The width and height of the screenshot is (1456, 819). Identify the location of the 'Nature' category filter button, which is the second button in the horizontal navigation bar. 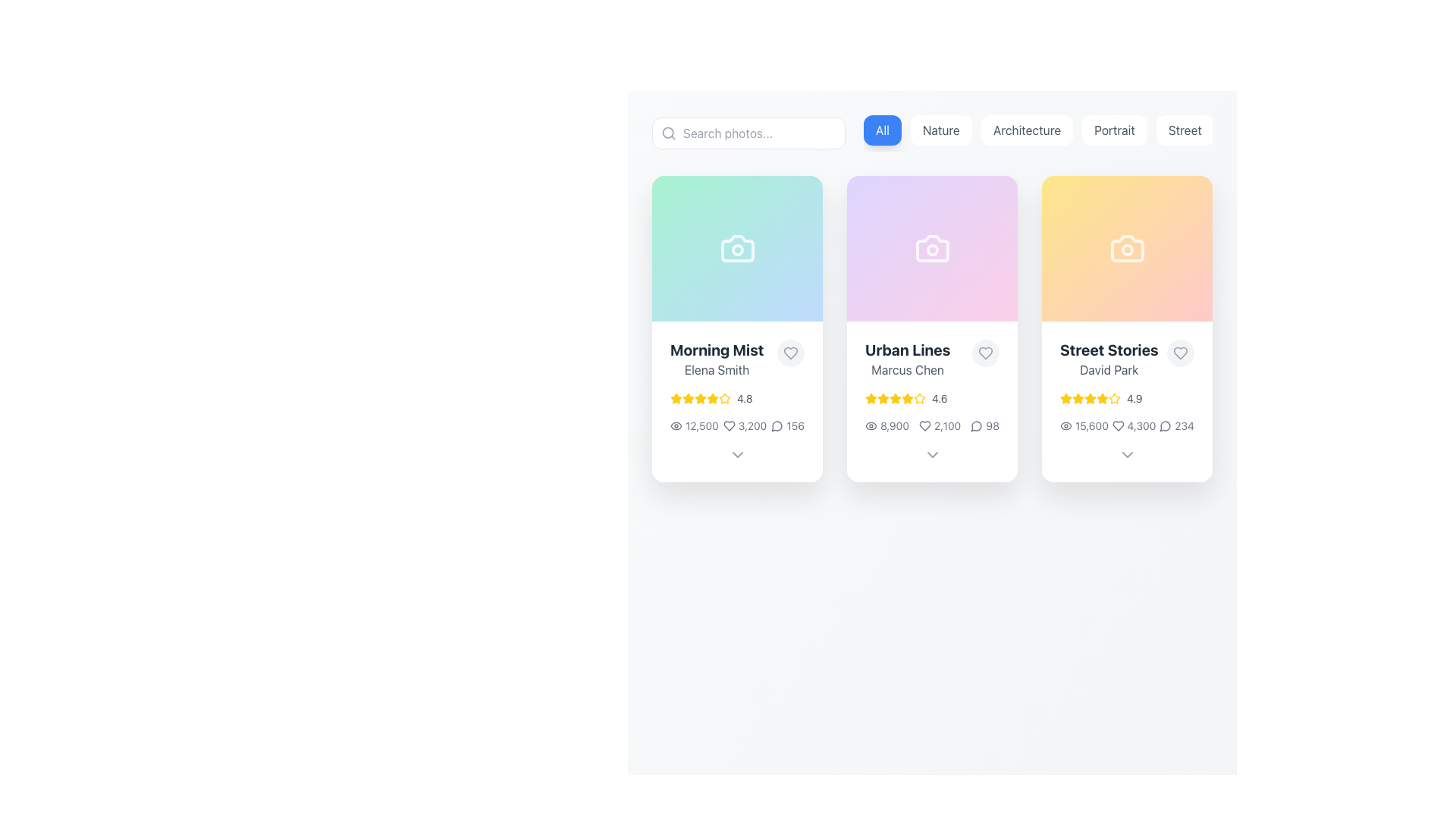
(940, 130).